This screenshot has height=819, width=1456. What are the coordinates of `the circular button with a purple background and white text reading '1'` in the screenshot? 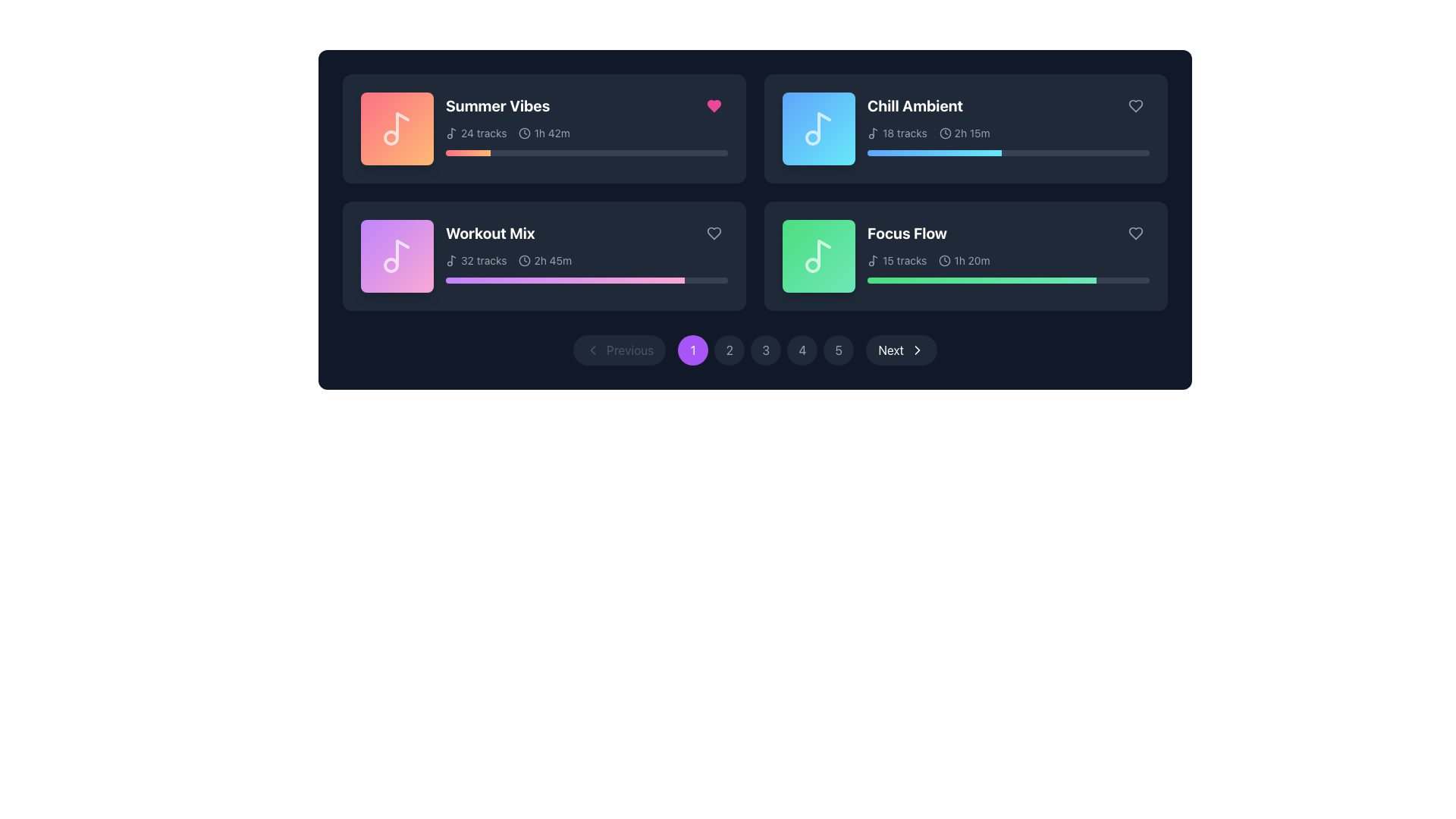 It's located at (692, 350).